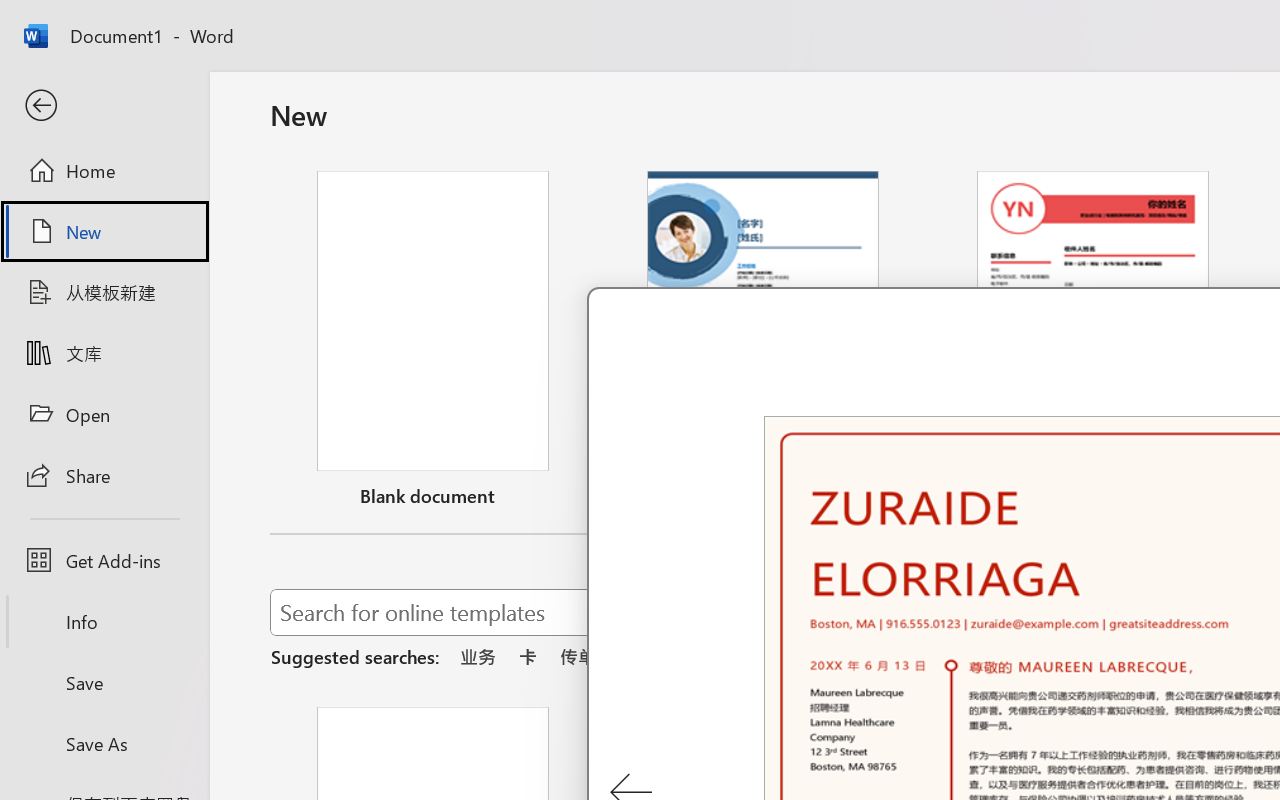 The image size is (1280, 800). I want to click on 'Info', so click(103, 621).